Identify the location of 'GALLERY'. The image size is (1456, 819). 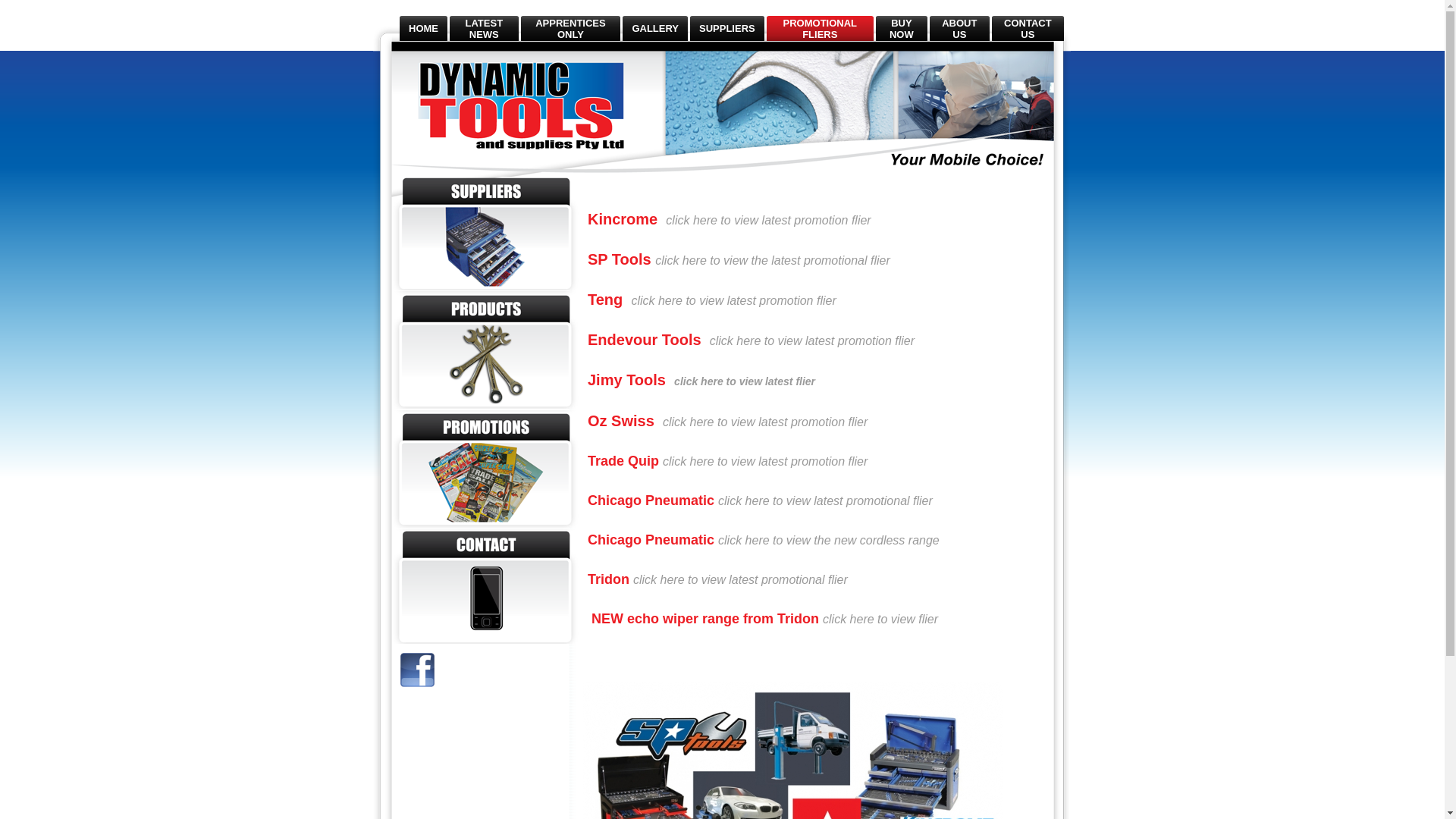
(655, 28).